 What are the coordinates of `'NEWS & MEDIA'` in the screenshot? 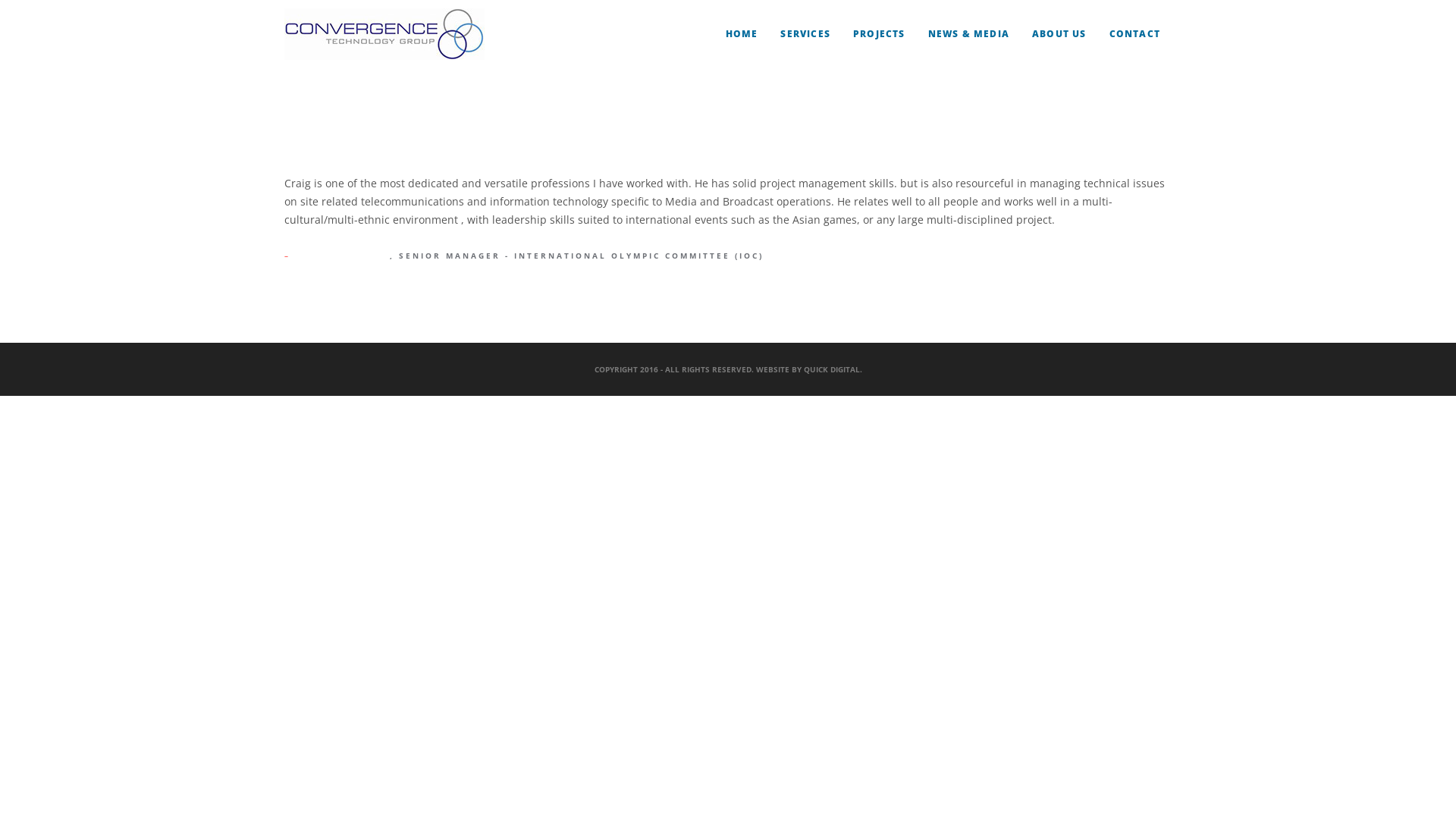 It's located at (927, 34).